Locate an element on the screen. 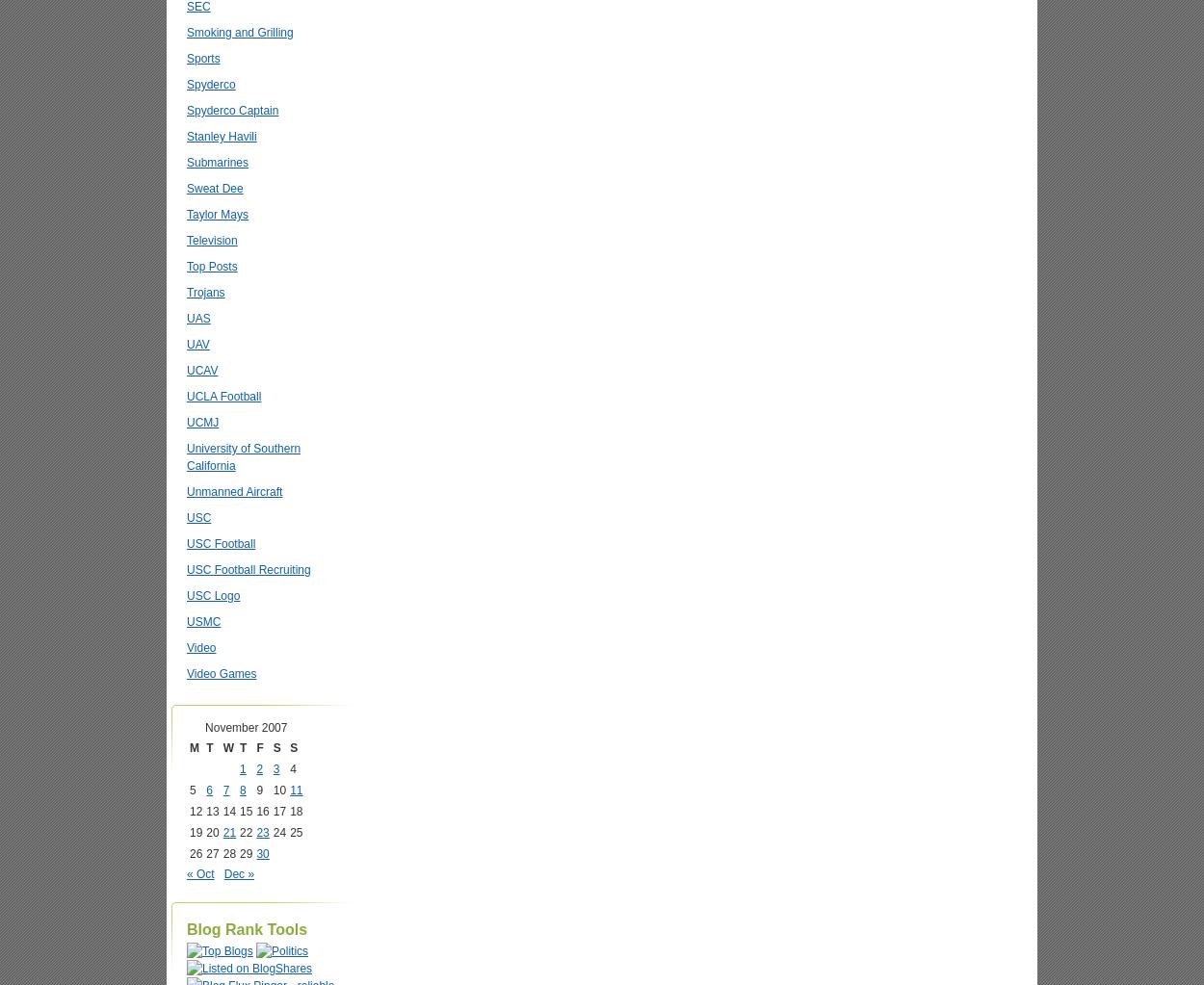 The width and height of the screenshot is (1204, 985). '7' is located at coordinates (224, 790).